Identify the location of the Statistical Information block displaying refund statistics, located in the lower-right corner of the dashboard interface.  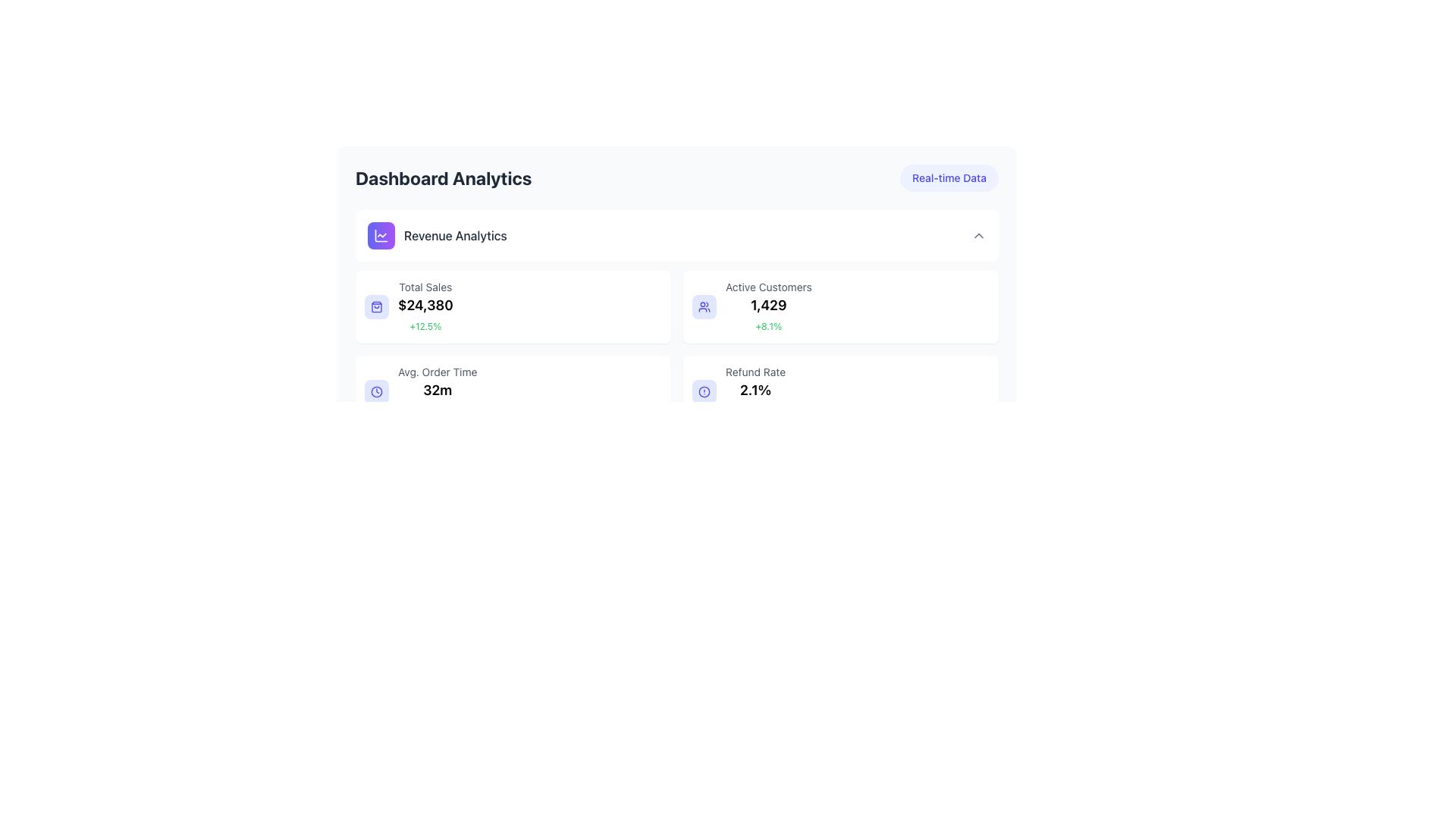
(755, 391).